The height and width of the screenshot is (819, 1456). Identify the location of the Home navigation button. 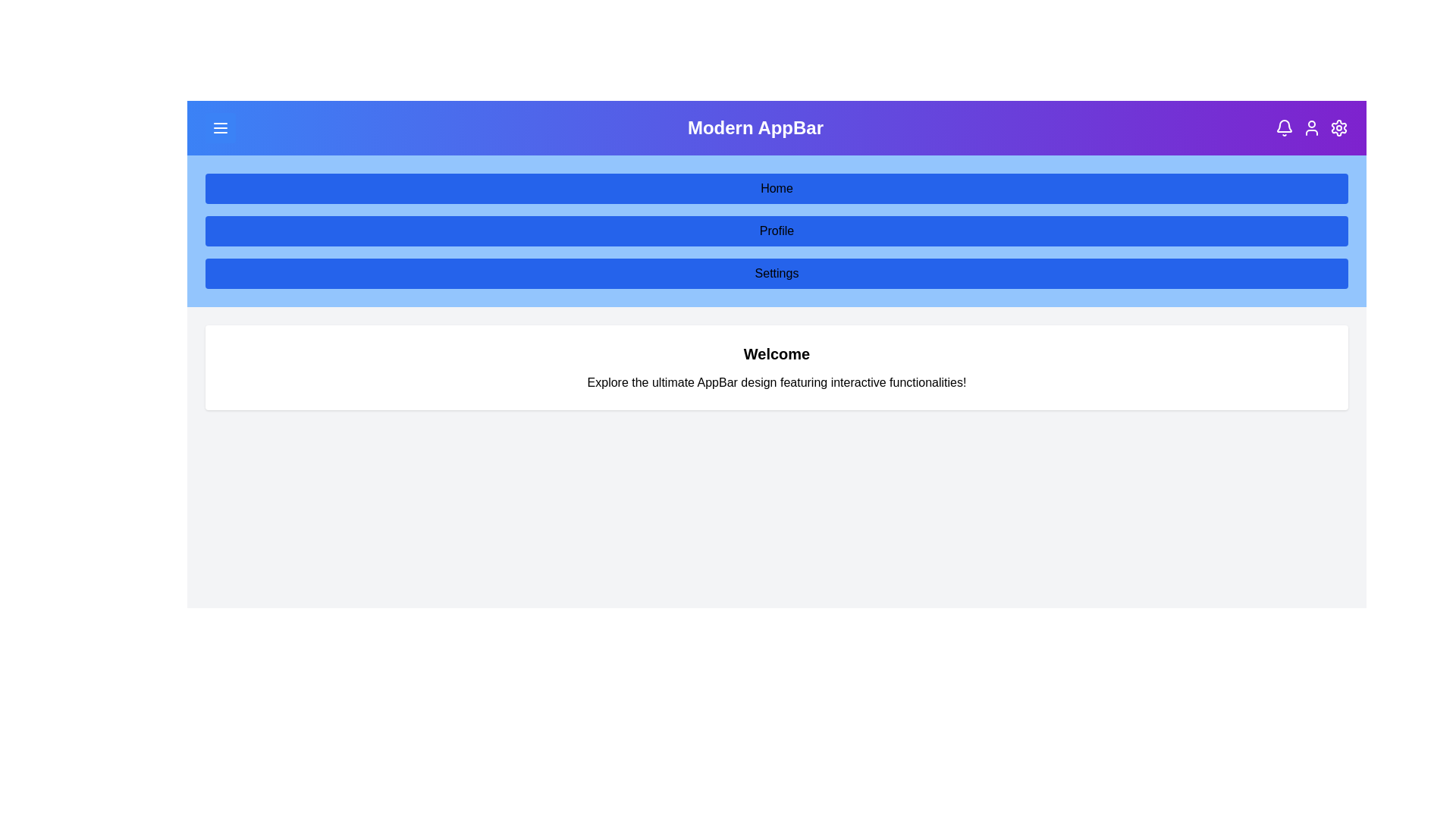
(777, 188).